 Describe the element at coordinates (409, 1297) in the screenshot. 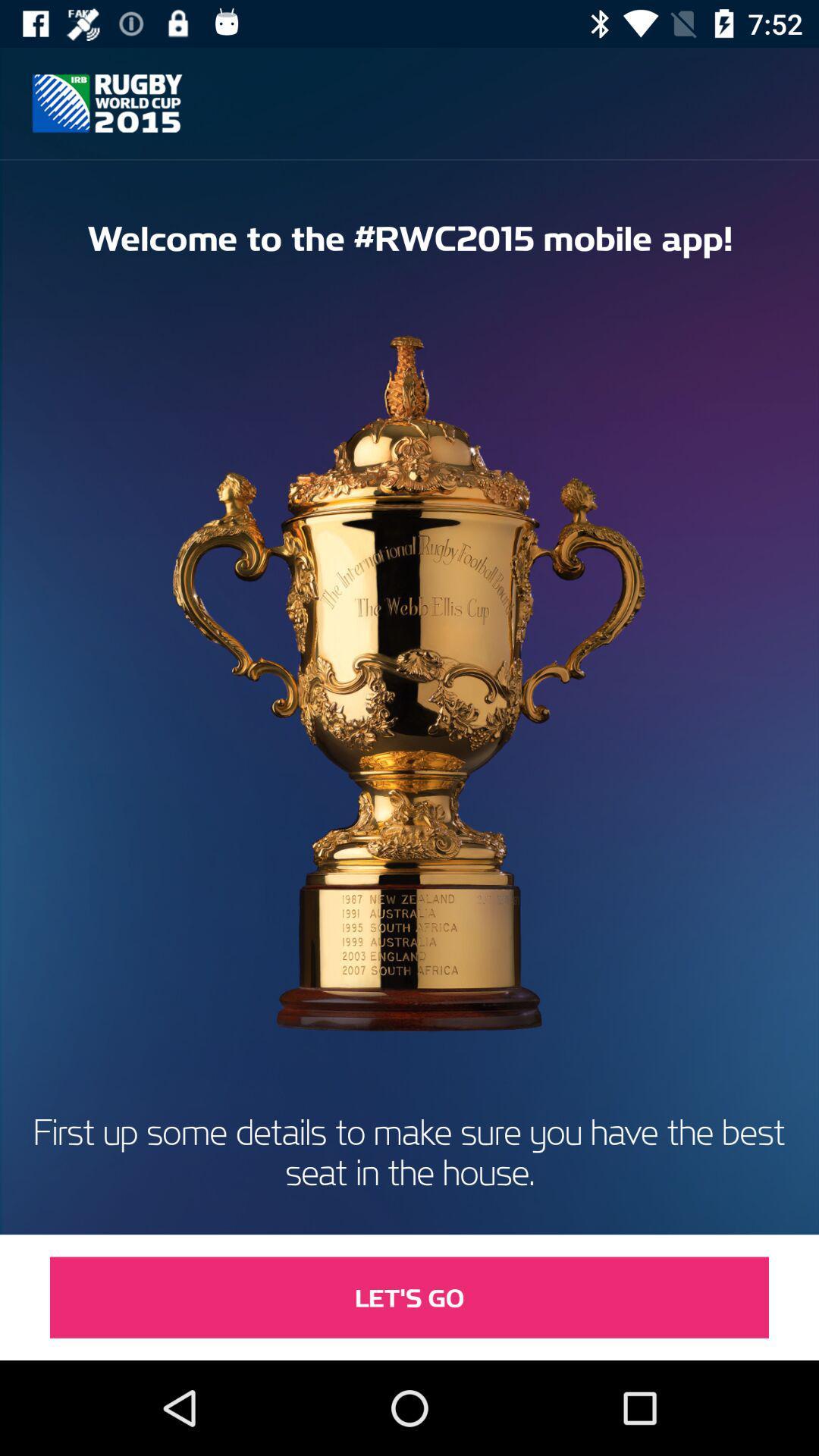

I see `item below first up some` at that location.